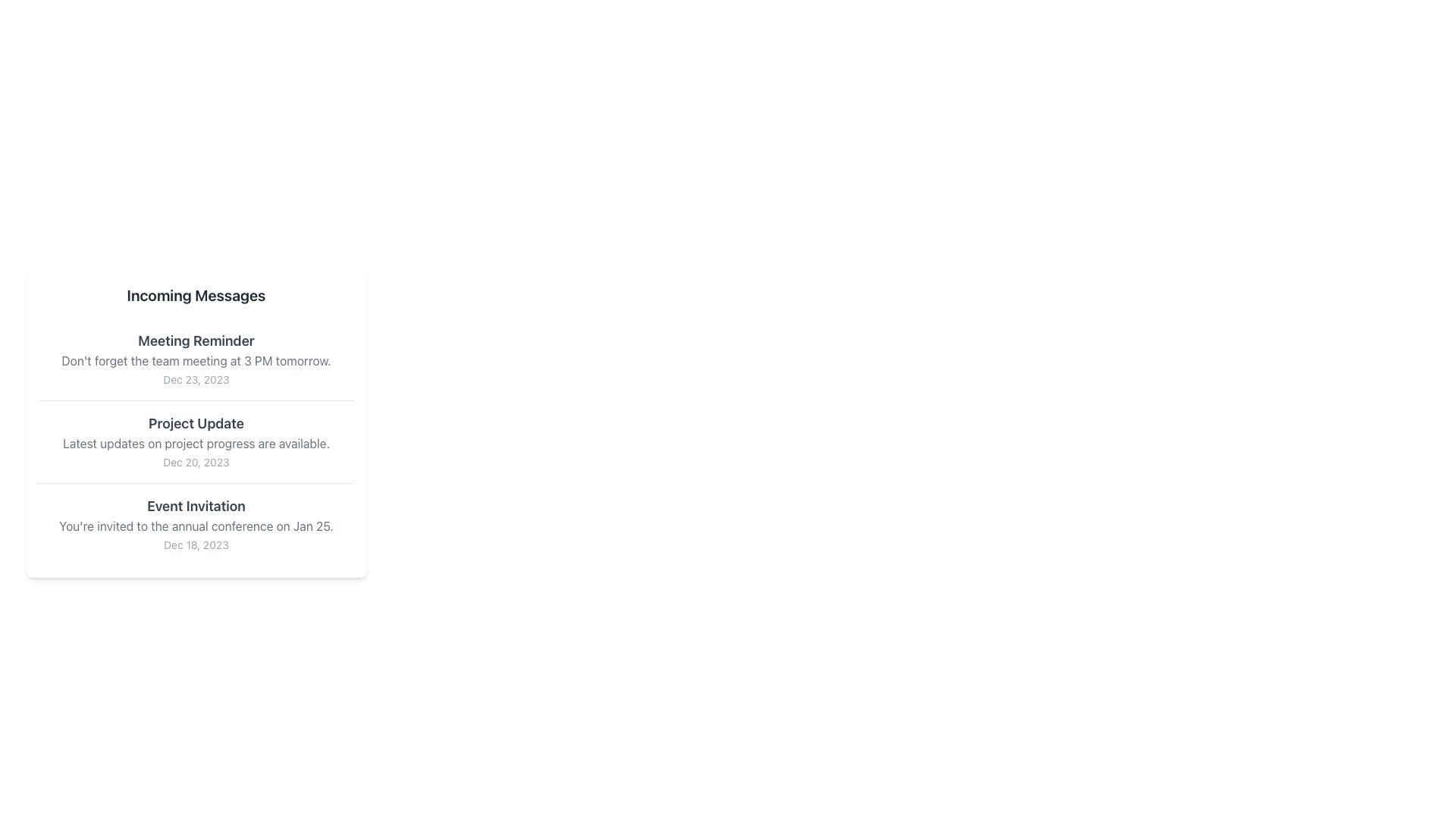  What do you see at coordinates (196, 360) in the screenshot?
I see `the text element providing additional information about the meeting, located in the section labeled 'Meeting Reminder', directly below the title 'Meeting Reminder'` at bounding box center [196, 360].